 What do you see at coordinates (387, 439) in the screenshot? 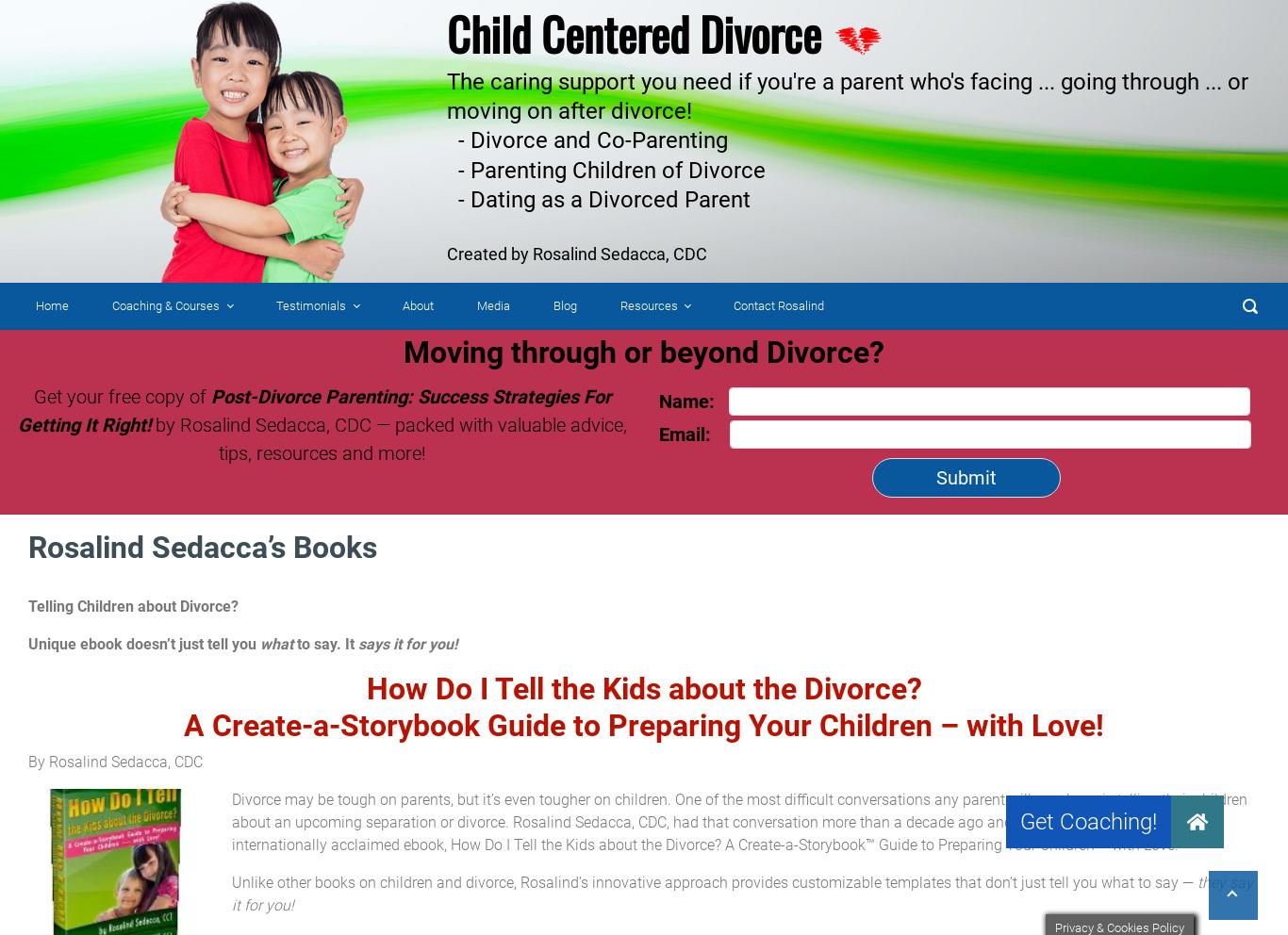
I see `'by Rosalind Sedacca, CDC —
packed with valuable advice, tips, resources and more!'` at bounding box center [387, 439].